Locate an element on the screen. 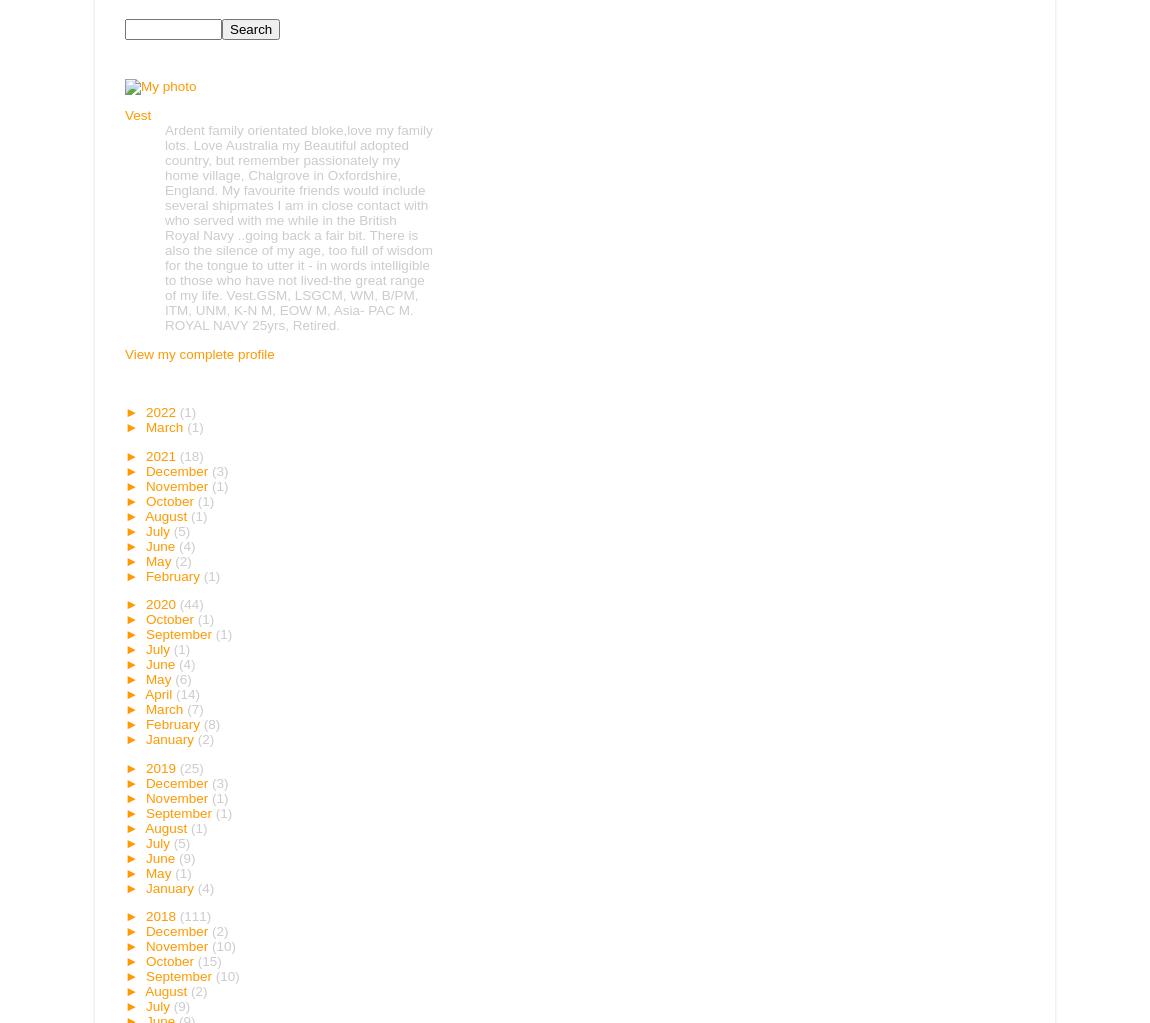 The width and height of the screenshot is (1150, 1023). '2021' is located at coordinates (161, 454).